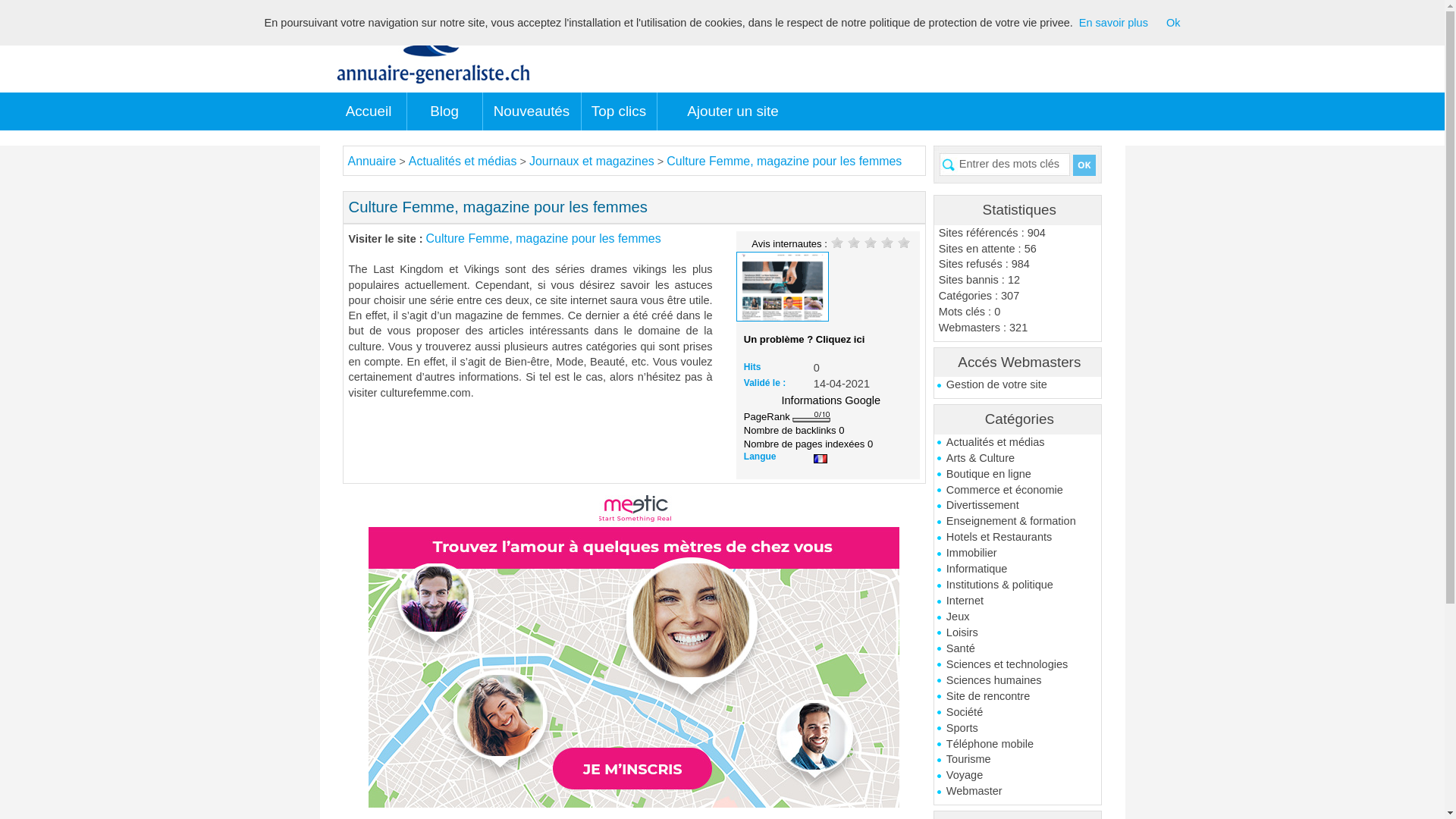 This screenshot has width=1456, height=819. What do you see at coordinates (1018, 520) in the screenshot?
I see `'Enseignement & formation'` at bounding box center [1018, 520].